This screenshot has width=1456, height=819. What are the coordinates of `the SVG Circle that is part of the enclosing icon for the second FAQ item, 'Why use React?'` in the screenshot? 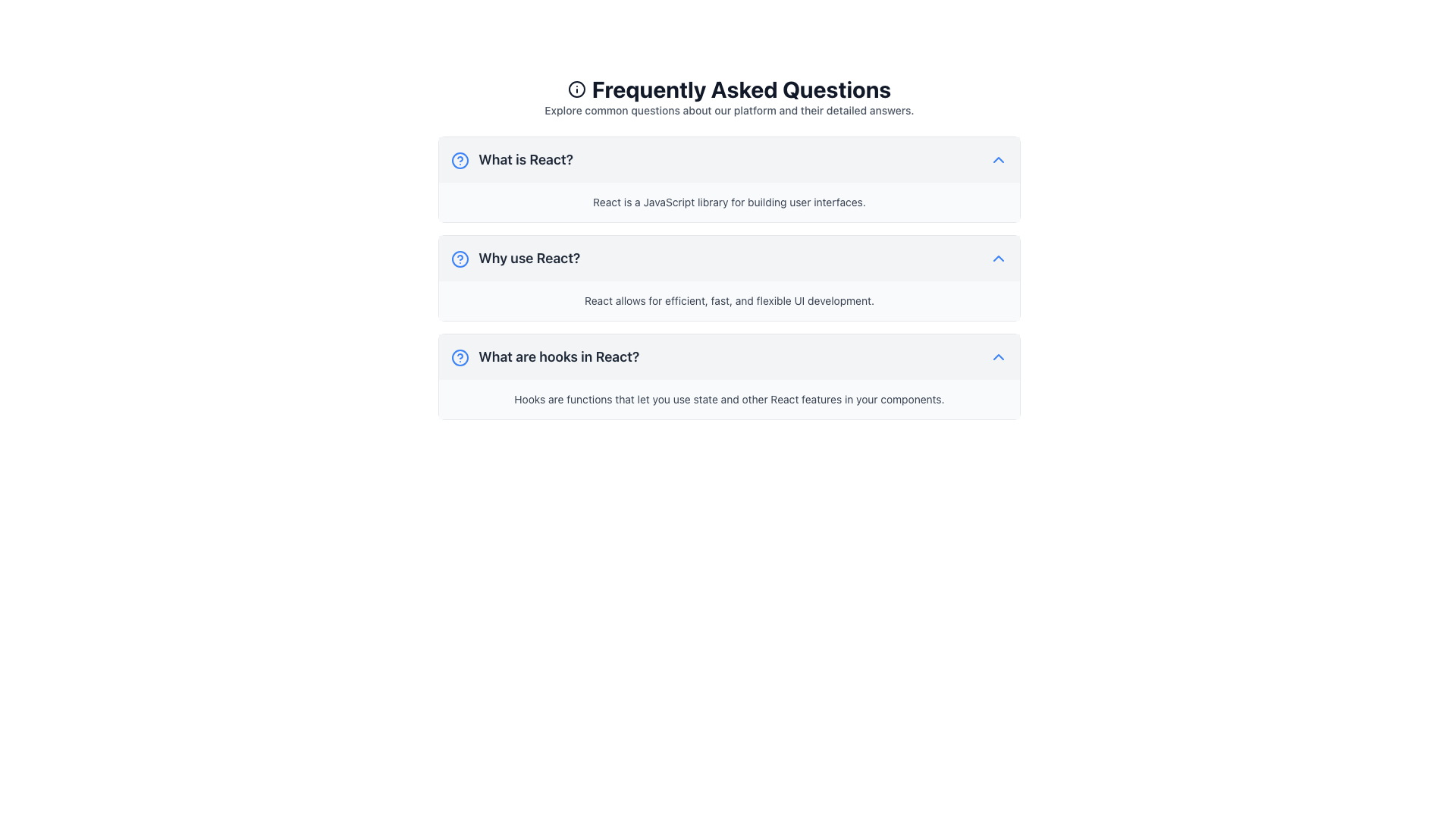 It's located at (459, 259).